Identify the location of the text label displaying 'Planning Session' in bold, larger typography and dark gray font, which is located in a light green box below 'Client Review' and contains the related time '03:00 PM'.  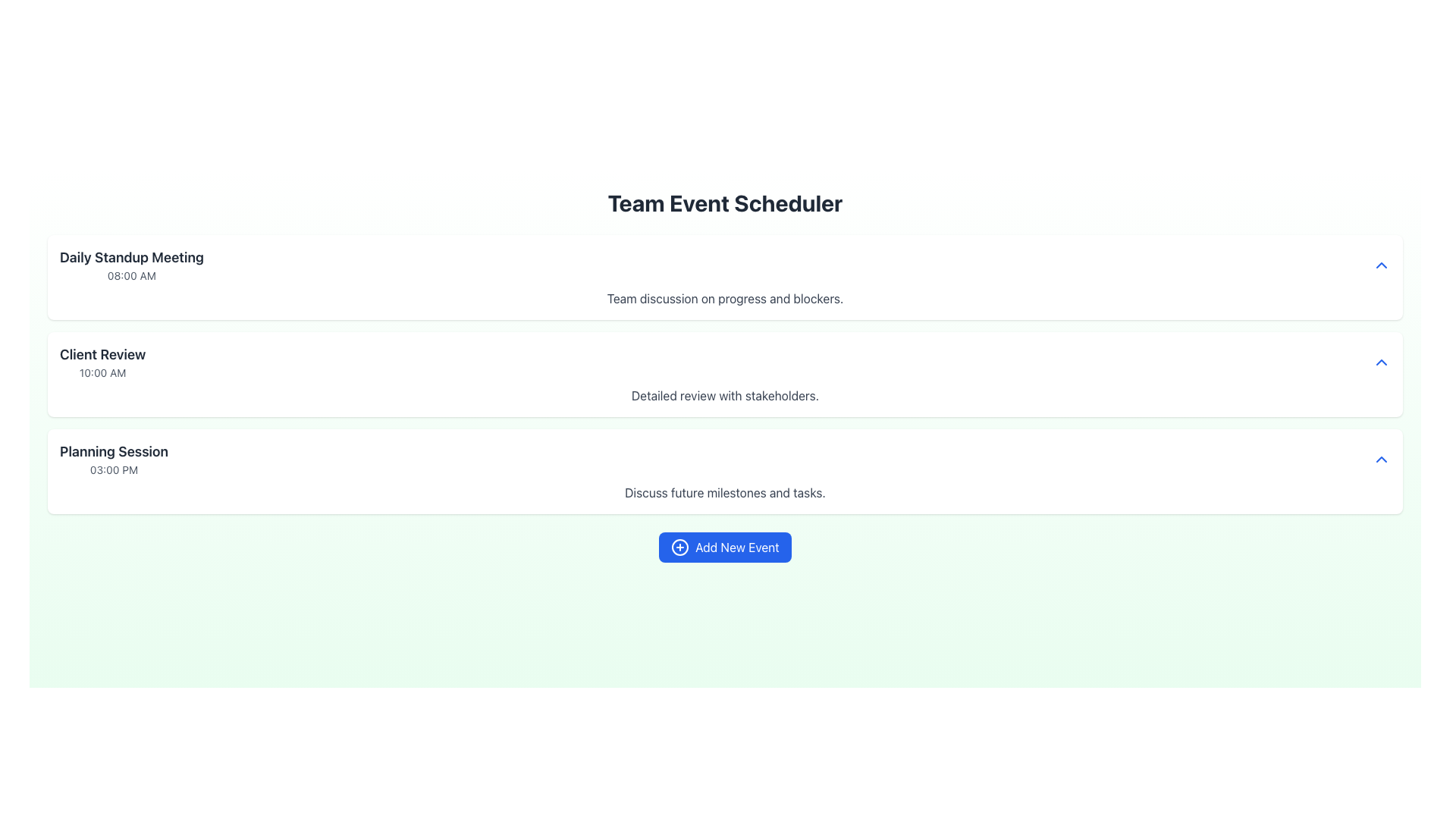
(113, 451).